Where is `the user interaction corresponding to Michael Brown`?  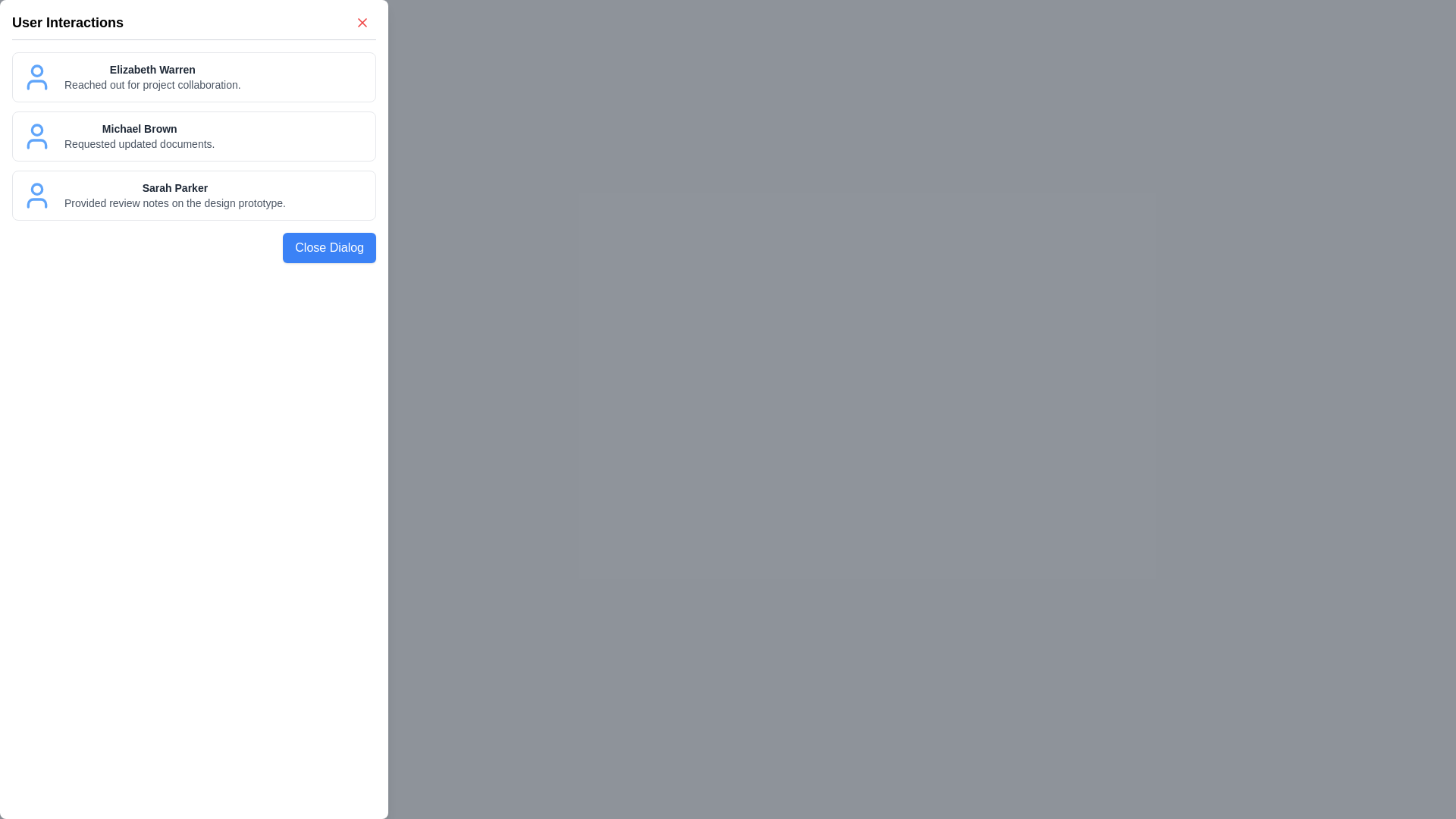 the user interaction corresponding to Michael Brown is located at coordinates (193, 136).